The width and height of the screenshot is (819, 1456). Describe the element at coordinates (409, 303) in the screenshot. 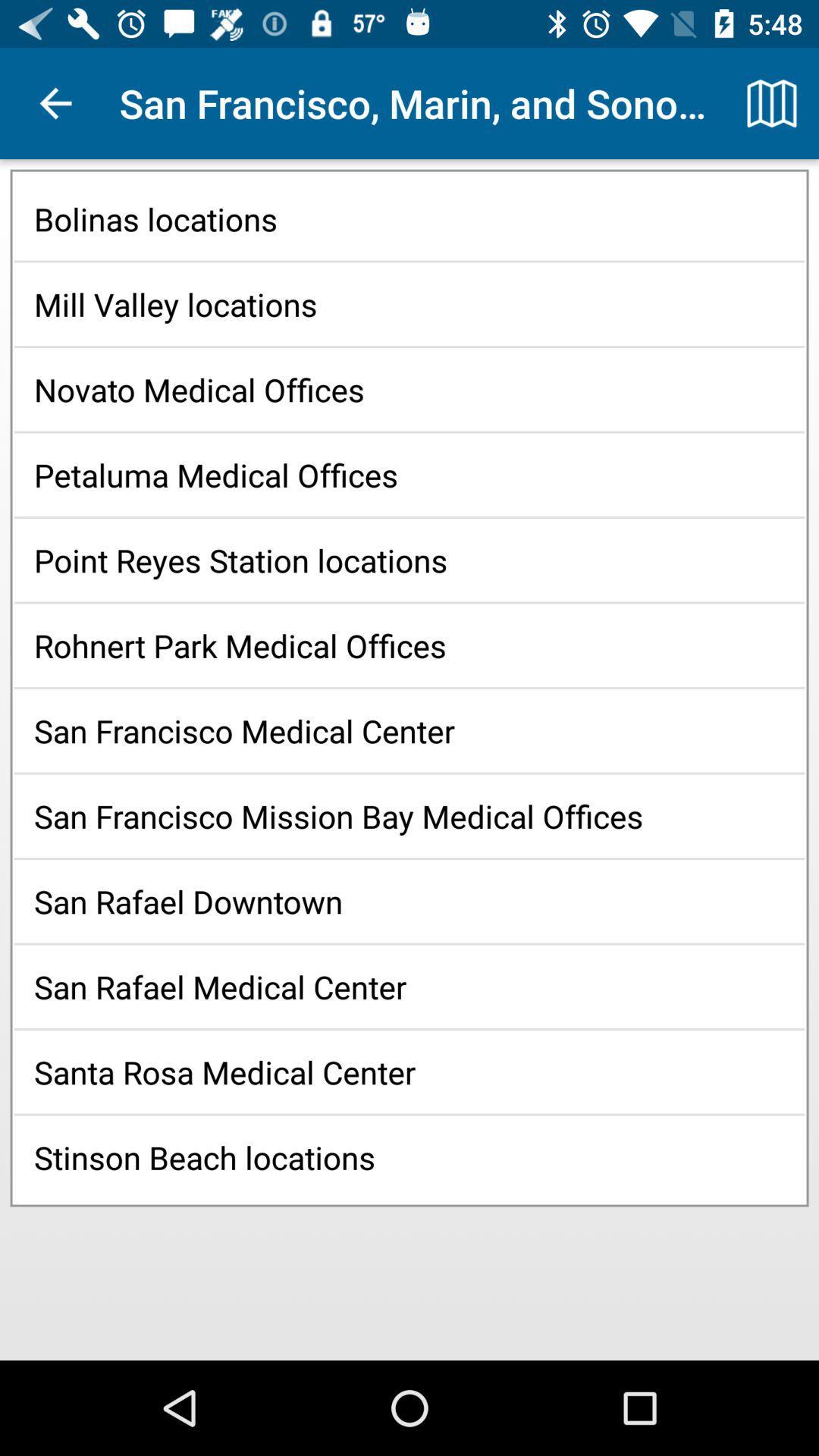

I see `icon below bolinas locations icon` at that location.